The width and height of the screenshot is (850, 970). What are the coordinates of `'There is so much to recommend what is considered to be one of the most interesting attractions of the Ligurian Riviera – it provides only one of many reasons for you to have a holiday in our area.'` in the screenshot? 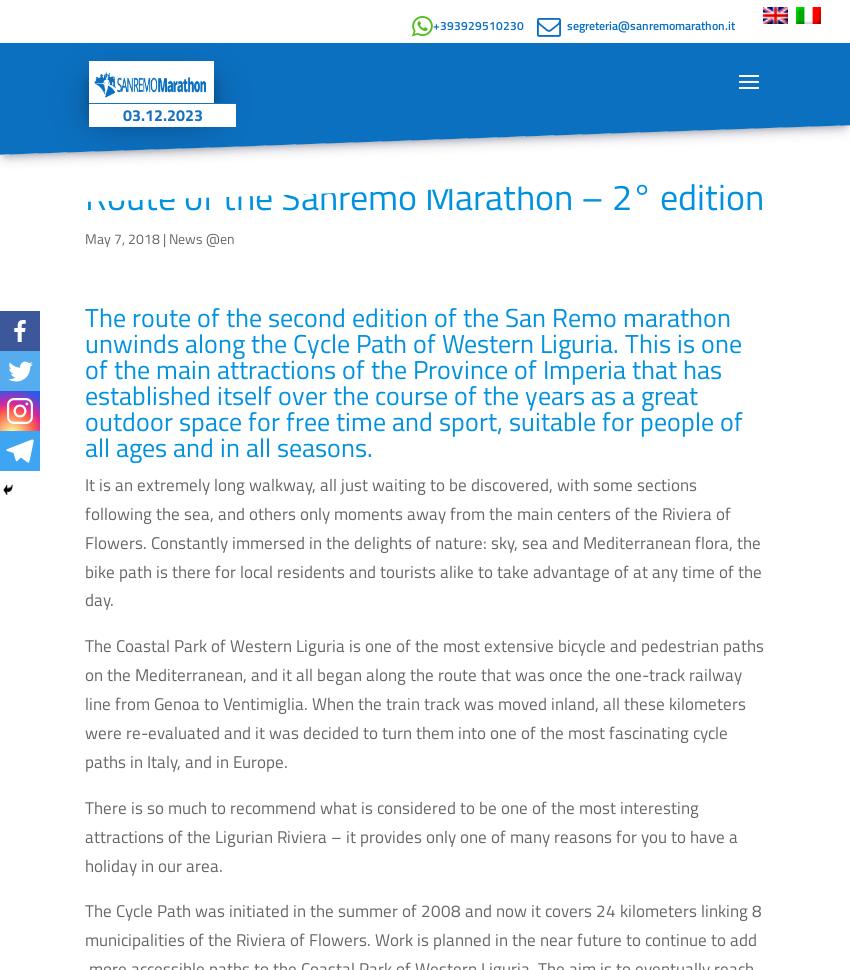 It's located at (411, 835).